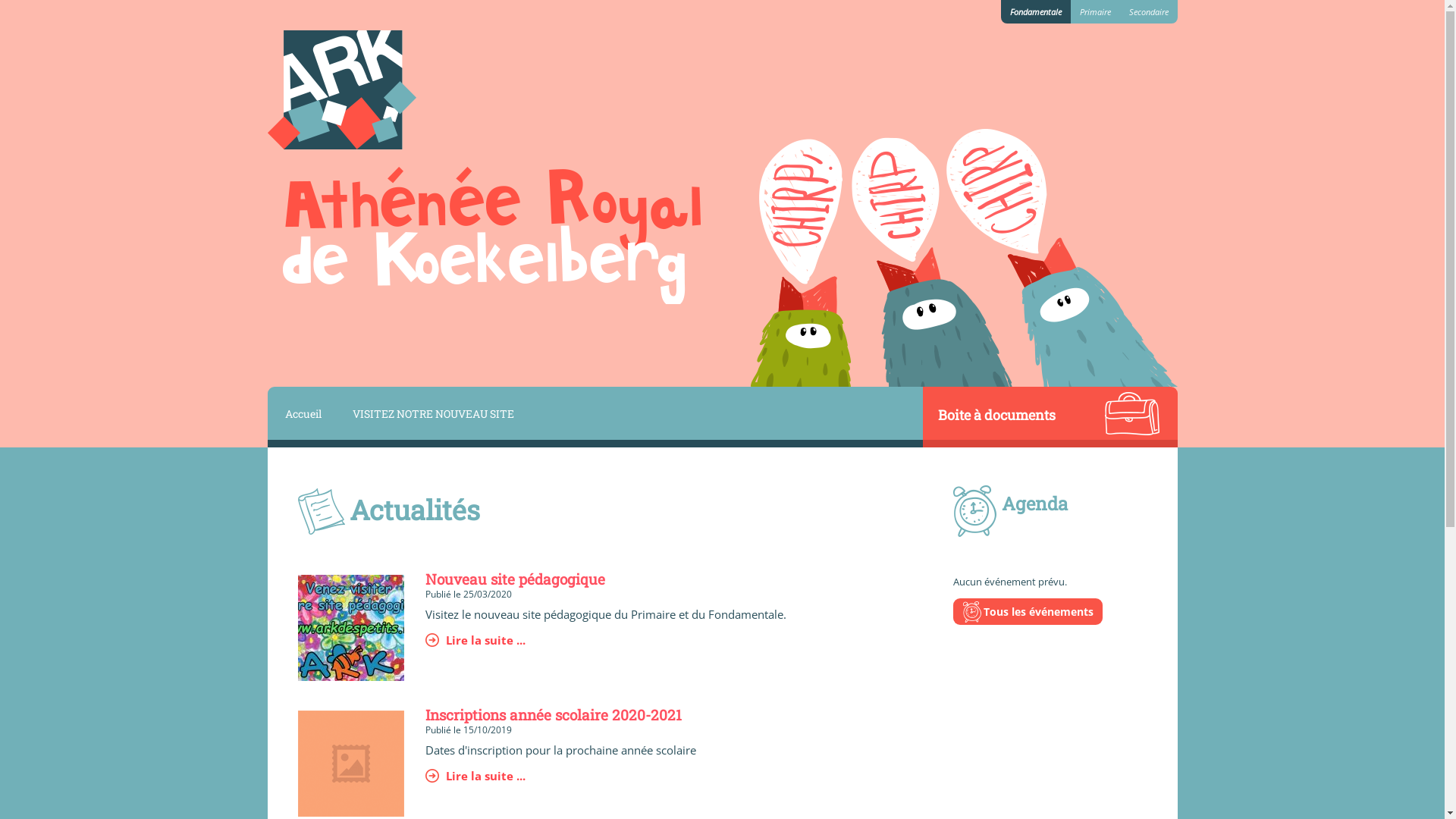 The image size is (1456, 819). Describe the element at coordinates (300, 413) in the screenshot. I see `'Accueil'` at that location.